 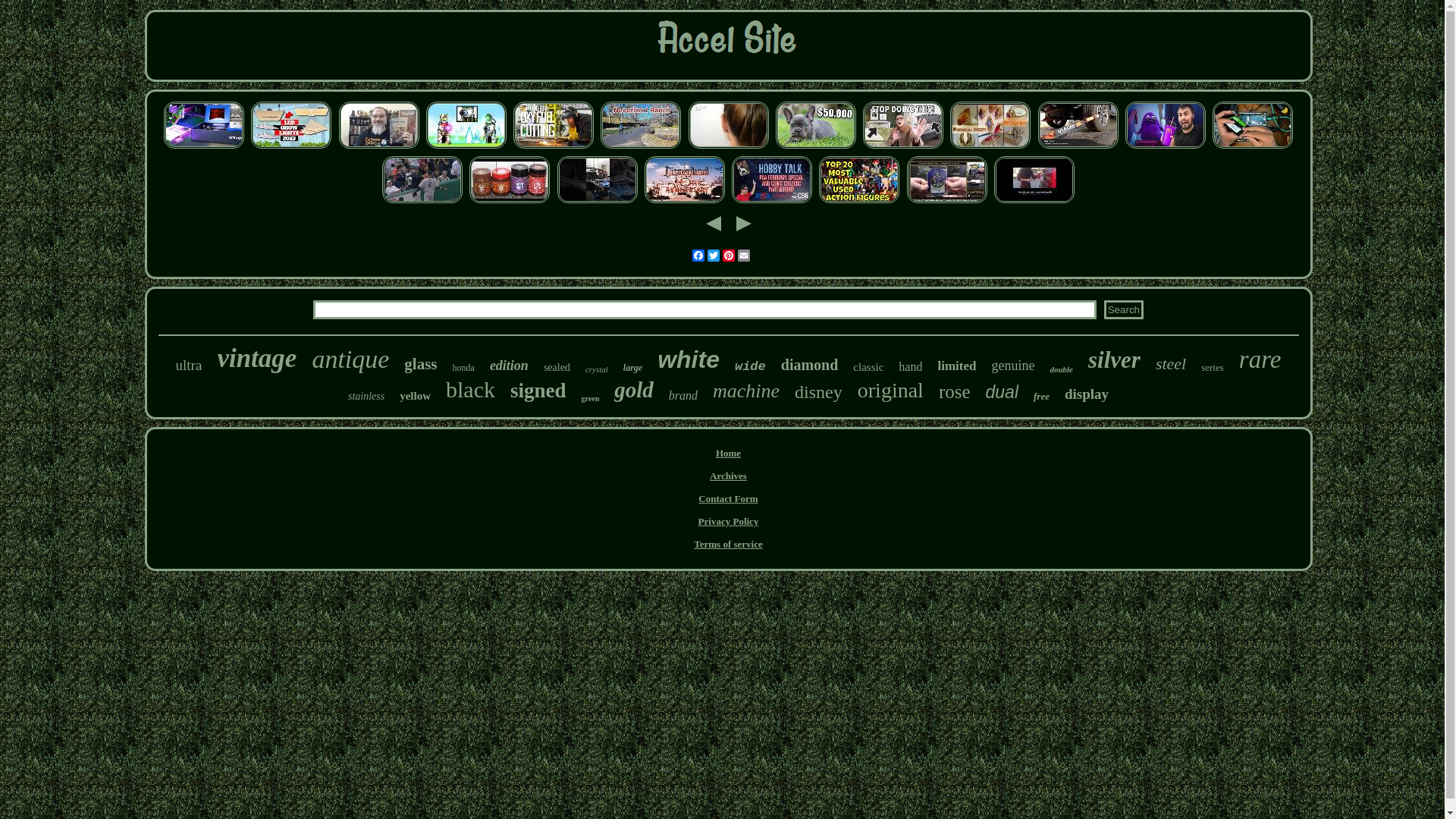 What do you see at coordinates (728, 254) in the screenshot?
I see `'Pinterest'` at bounding box center [728, 254].